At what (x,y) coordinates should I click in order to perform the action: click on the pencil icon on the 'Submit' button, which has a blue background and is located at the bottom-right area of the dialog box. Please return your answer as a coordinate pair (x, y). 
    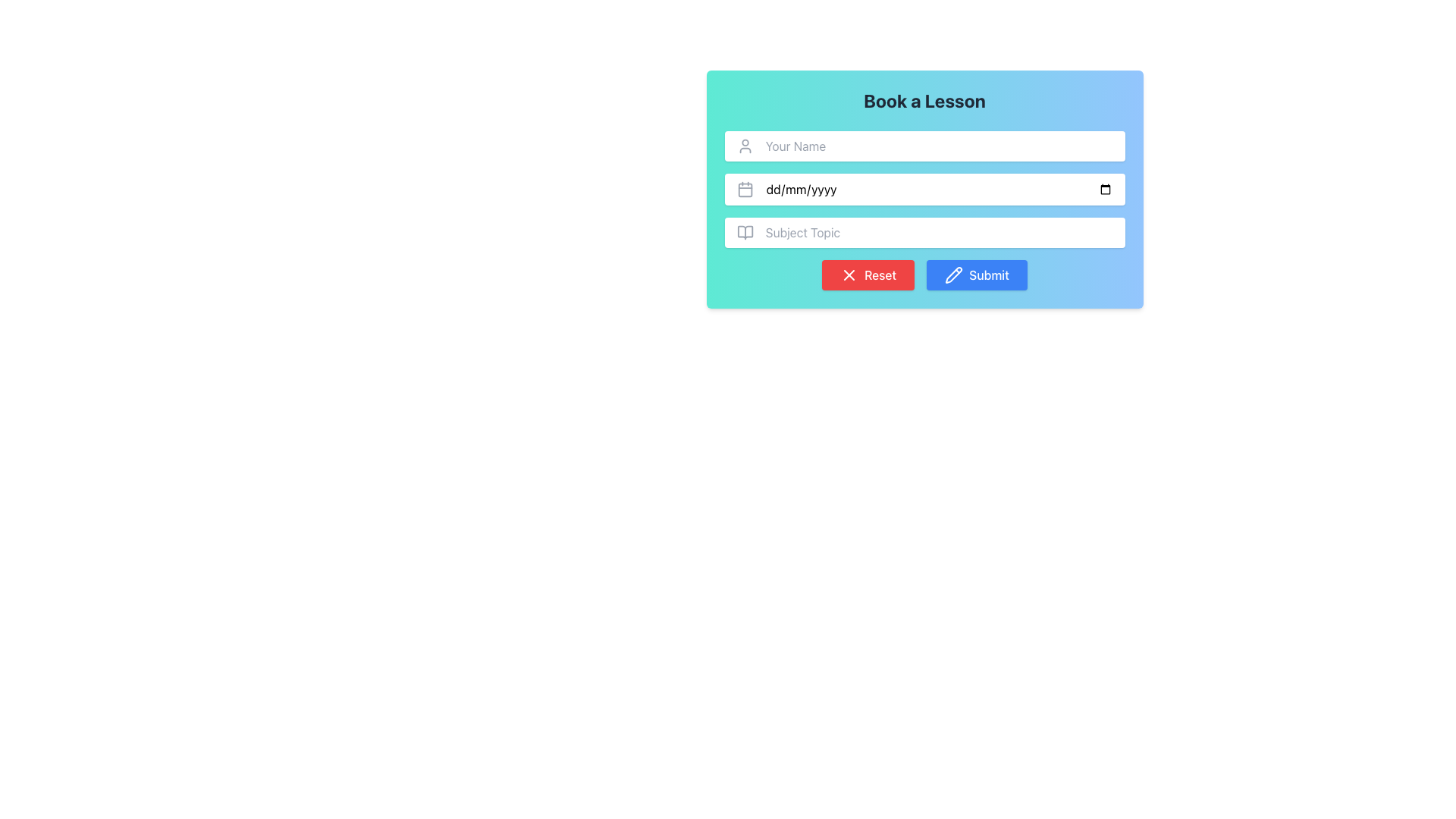
    Looking at the image, I should click on (953, 275).